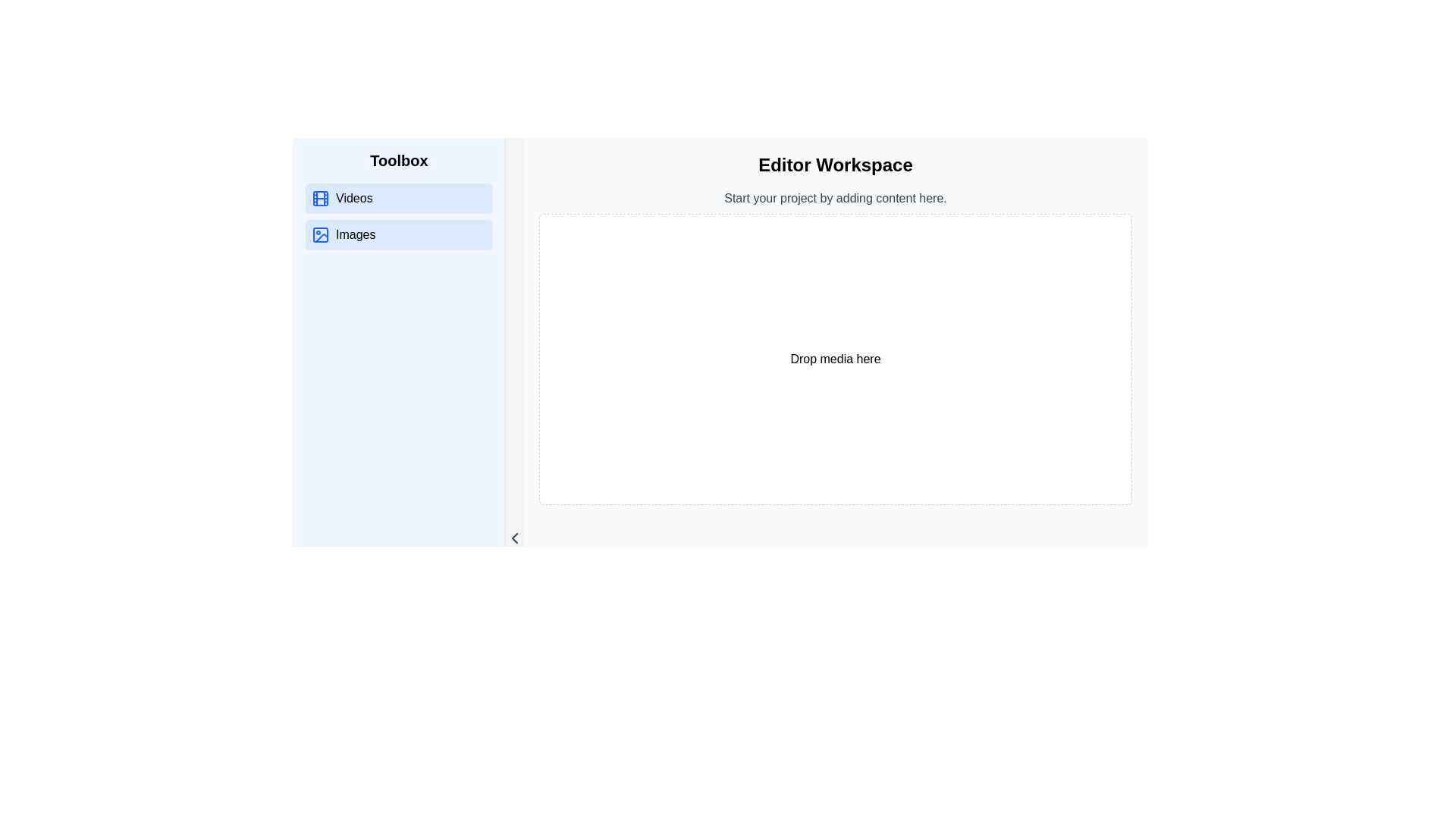 This screenshot has height=819, width=1456. What do you see at coordinates (399, 216) in the screenshot?
I see `the 'Videos' section in the navigation menu located in the 'Toolbox' sidebar` at bounding box center [399, 216].